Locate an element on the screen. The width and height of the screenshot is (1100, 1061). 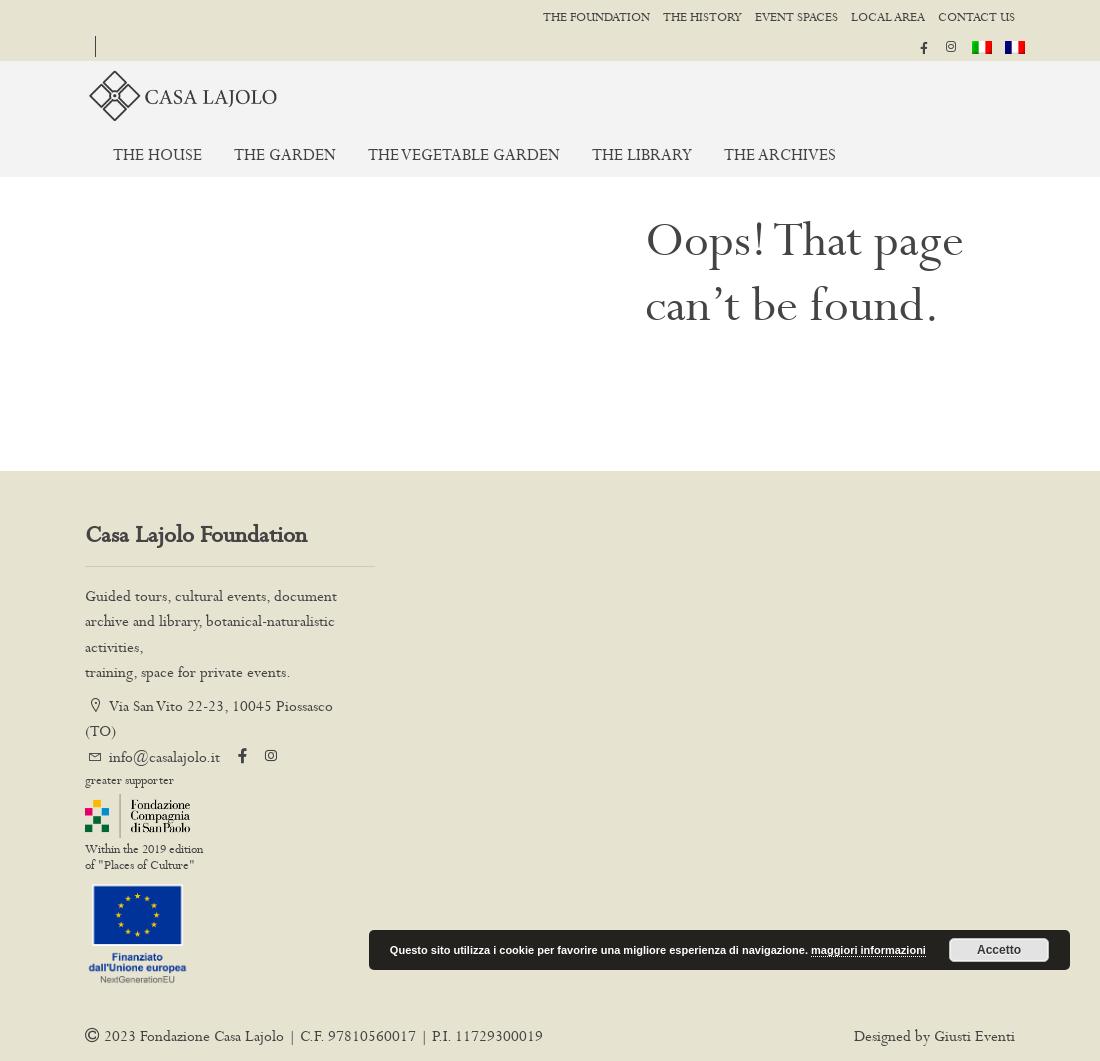
'Giusti Eventi' is located at coordinates (973, 1034).